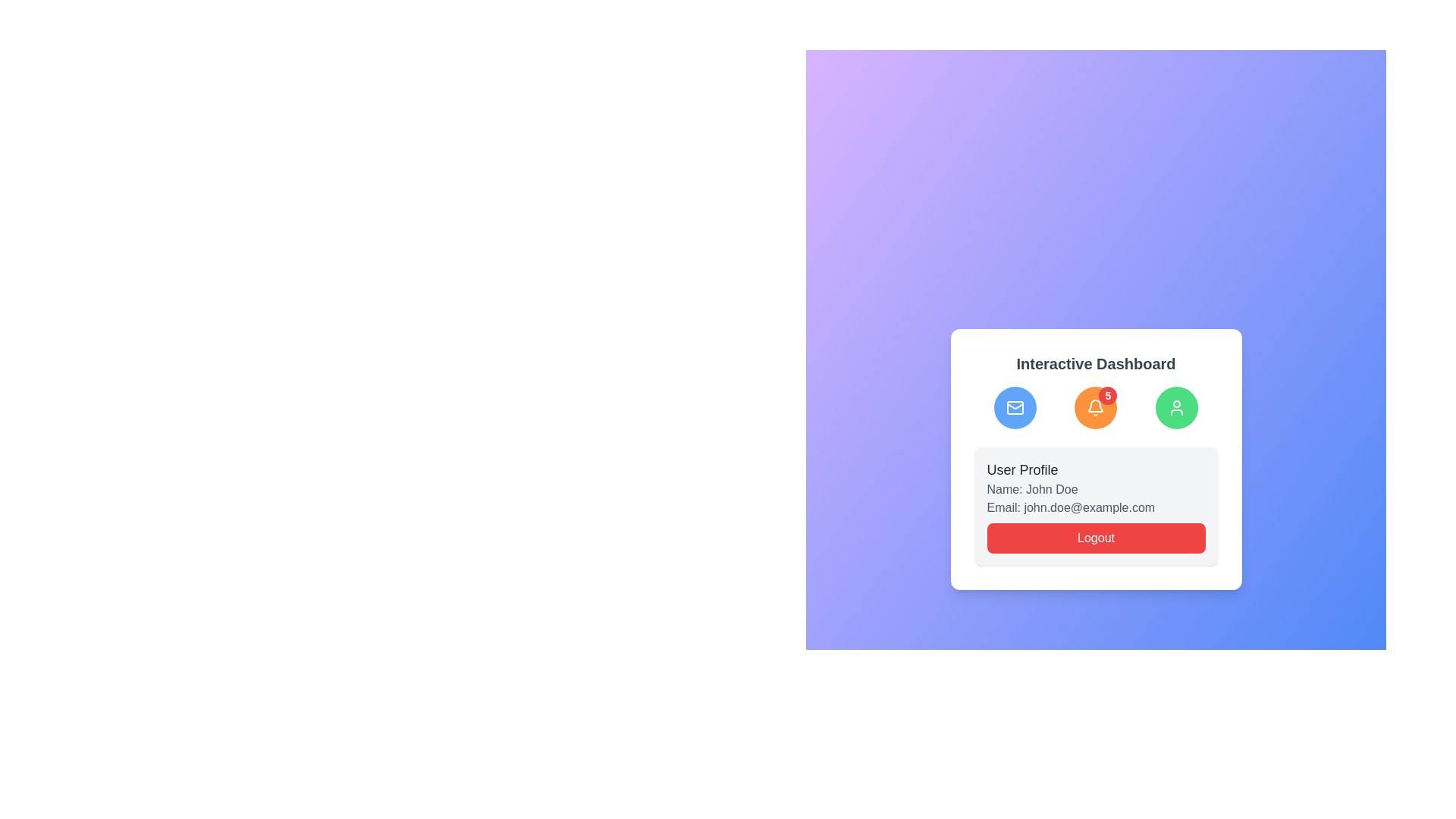  Describe the element at coordinates (1176, 406) in the screenshot. I see `the user's profile view toggle button located in the top-right section of the 'Interactive Dashboard' card, which is the rightmost circle in a row of three buttons` at that location.